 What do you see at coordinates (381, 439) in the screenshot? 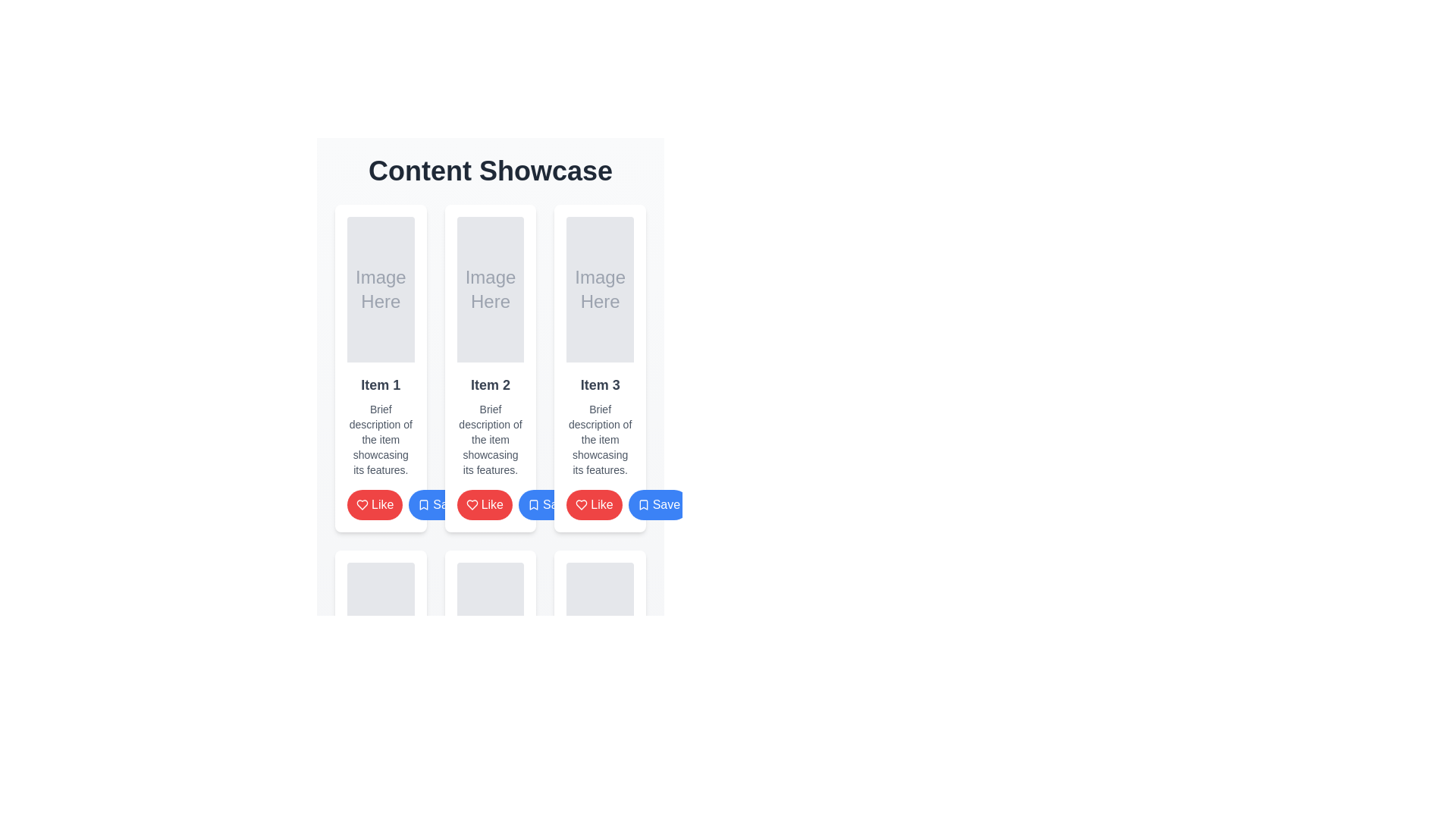
I see `the text block that provides a short description of the item represented by the card titled 'Item 1', located under the title within the first card of the horizontally arranged group` at bounding box center [381, 439].